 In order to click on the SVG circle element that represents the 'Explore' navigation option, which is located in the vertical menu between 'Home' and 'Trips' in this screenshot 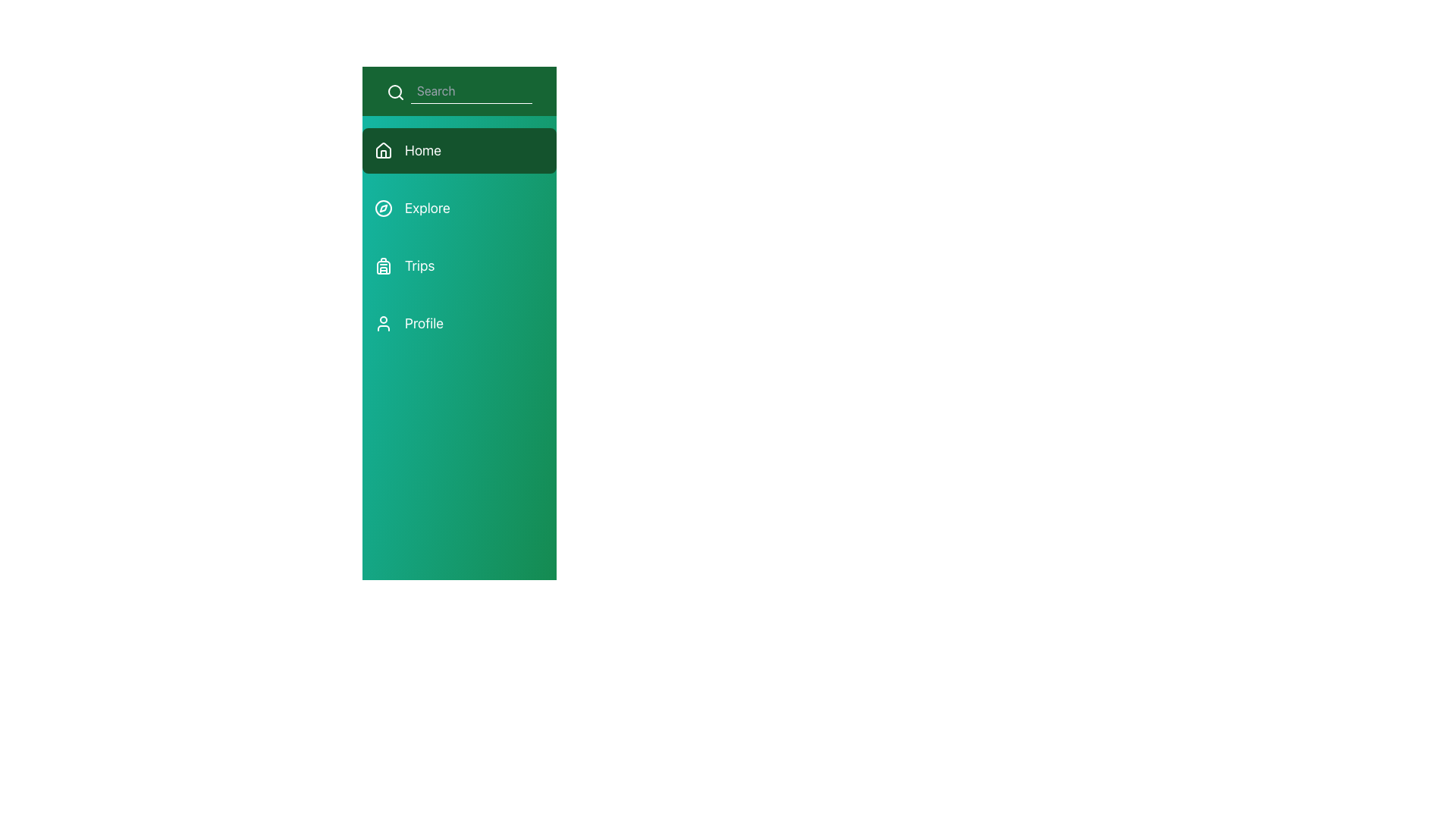, I will do `click(383, 208)`.